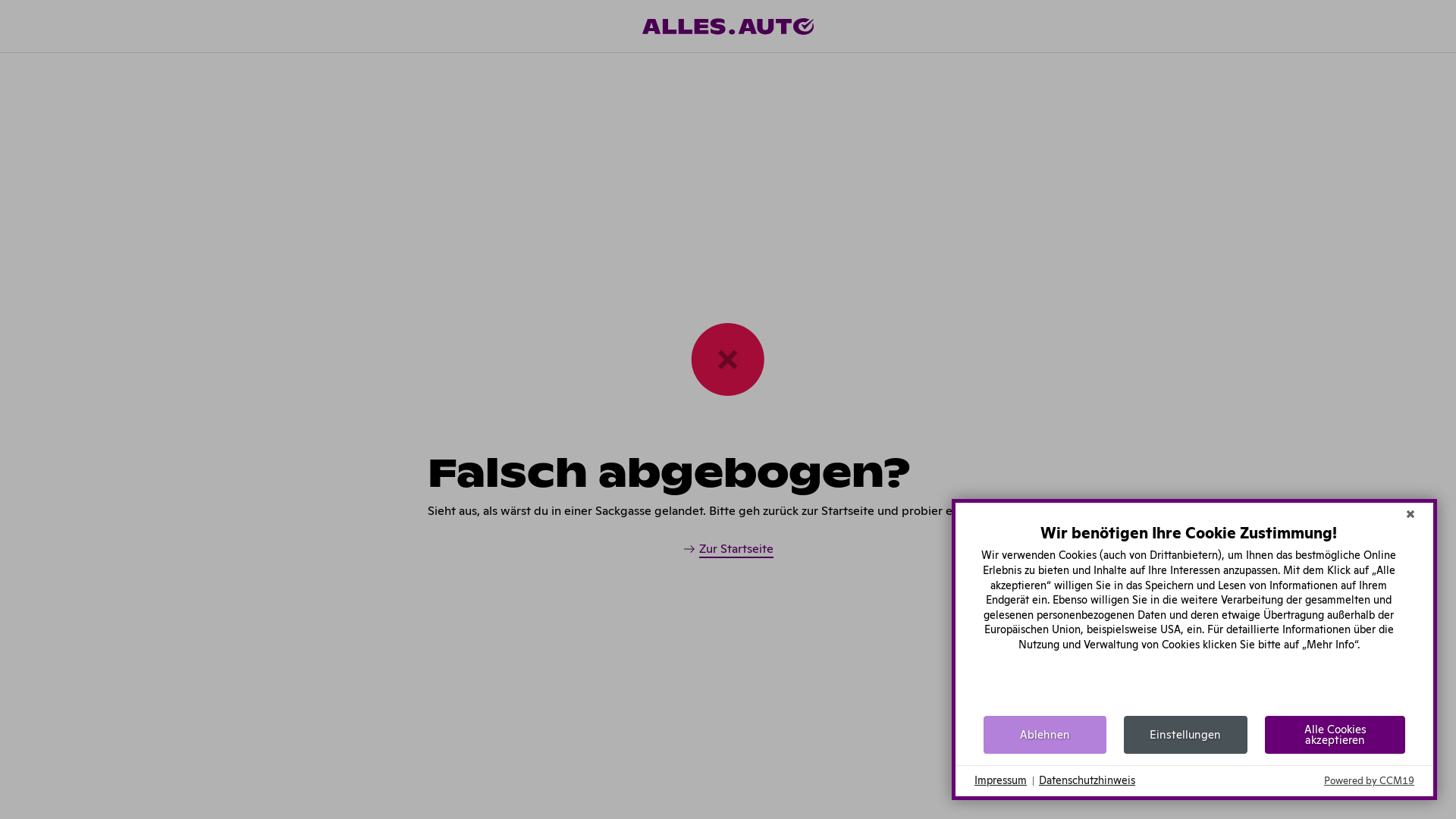 This screenshot has height=819, width=1456. Describe the element at coordinates (682, 550) in the screenshot. I see `'Zur Startseite'` at that location.